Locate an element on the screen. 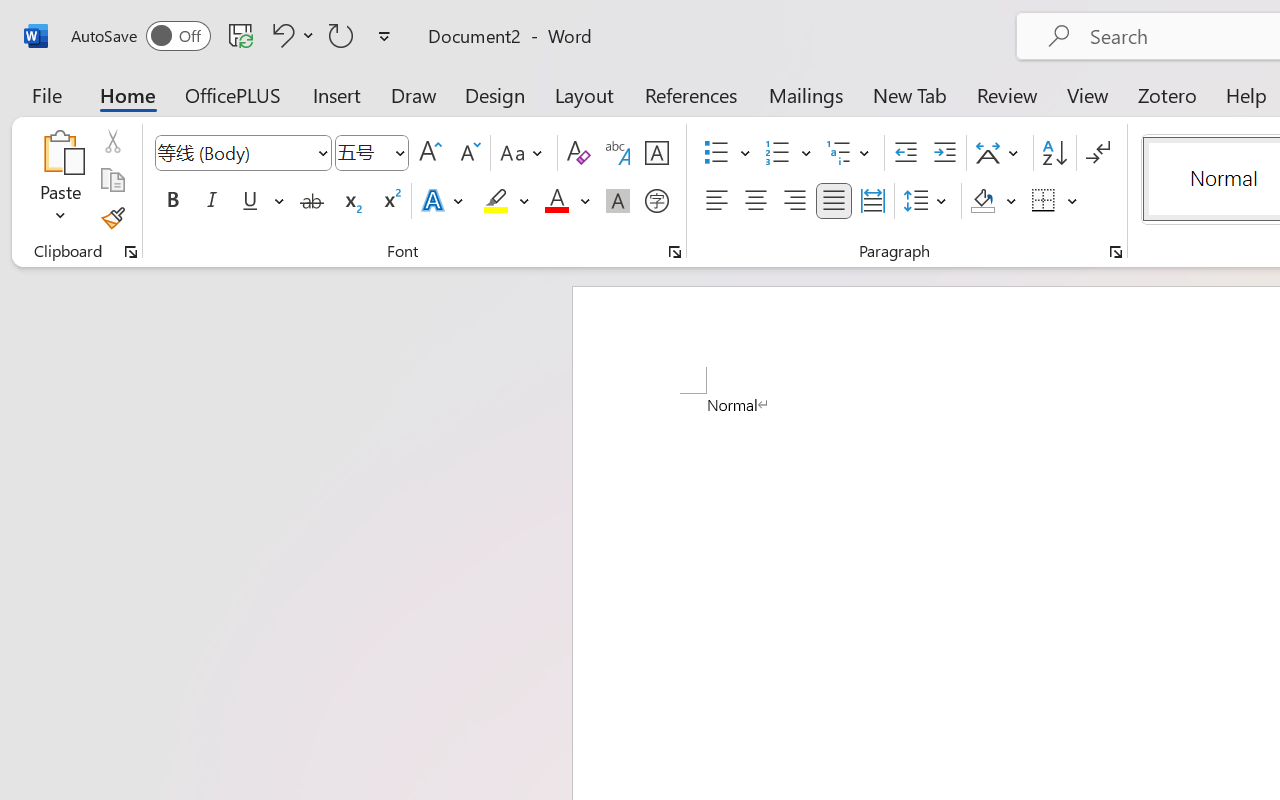 The image size is (1280, 800). 'Insert' is located at coordinates (337, 94).